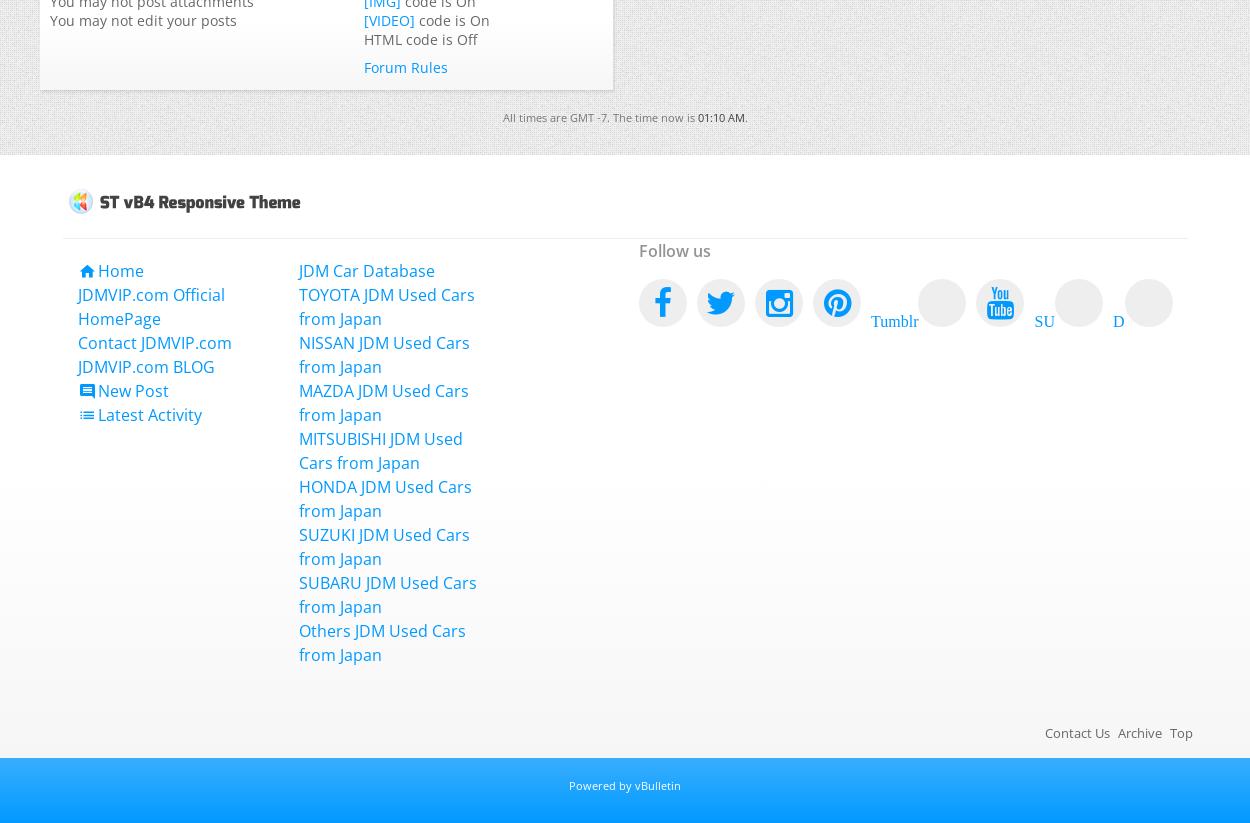 This screenshot has height=823, width=1250. Describe the element at coordinates (479, 19) in the screenshot. I see `'On'` at that location.